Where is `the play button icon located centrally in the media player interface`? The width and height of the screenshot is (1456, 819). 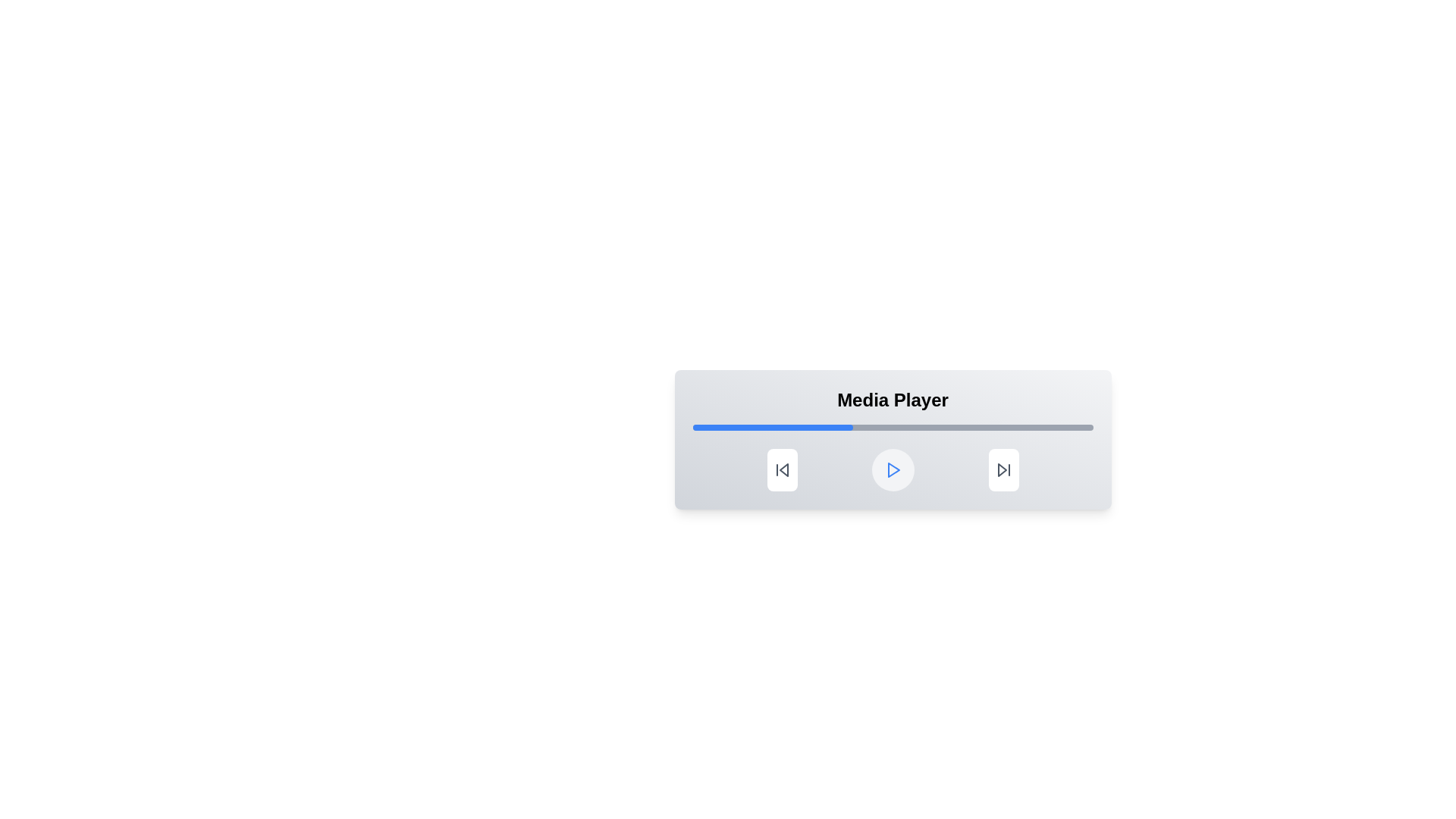
the play button icon located centrally in the media player interface is located at coordinates (893, 469).